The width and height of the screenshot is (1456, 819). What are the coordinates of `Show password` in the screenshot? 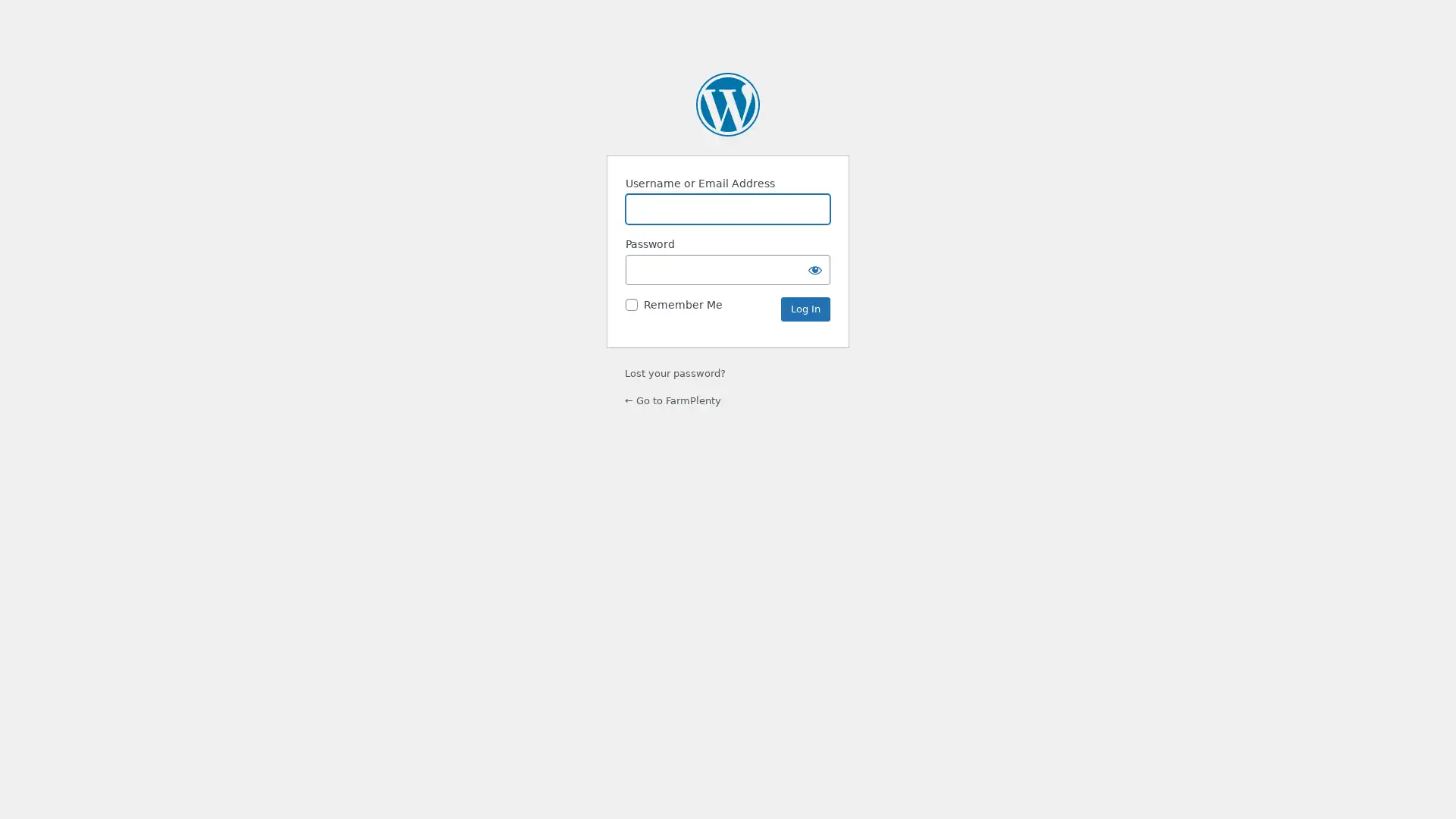 It's located at (814, 268).